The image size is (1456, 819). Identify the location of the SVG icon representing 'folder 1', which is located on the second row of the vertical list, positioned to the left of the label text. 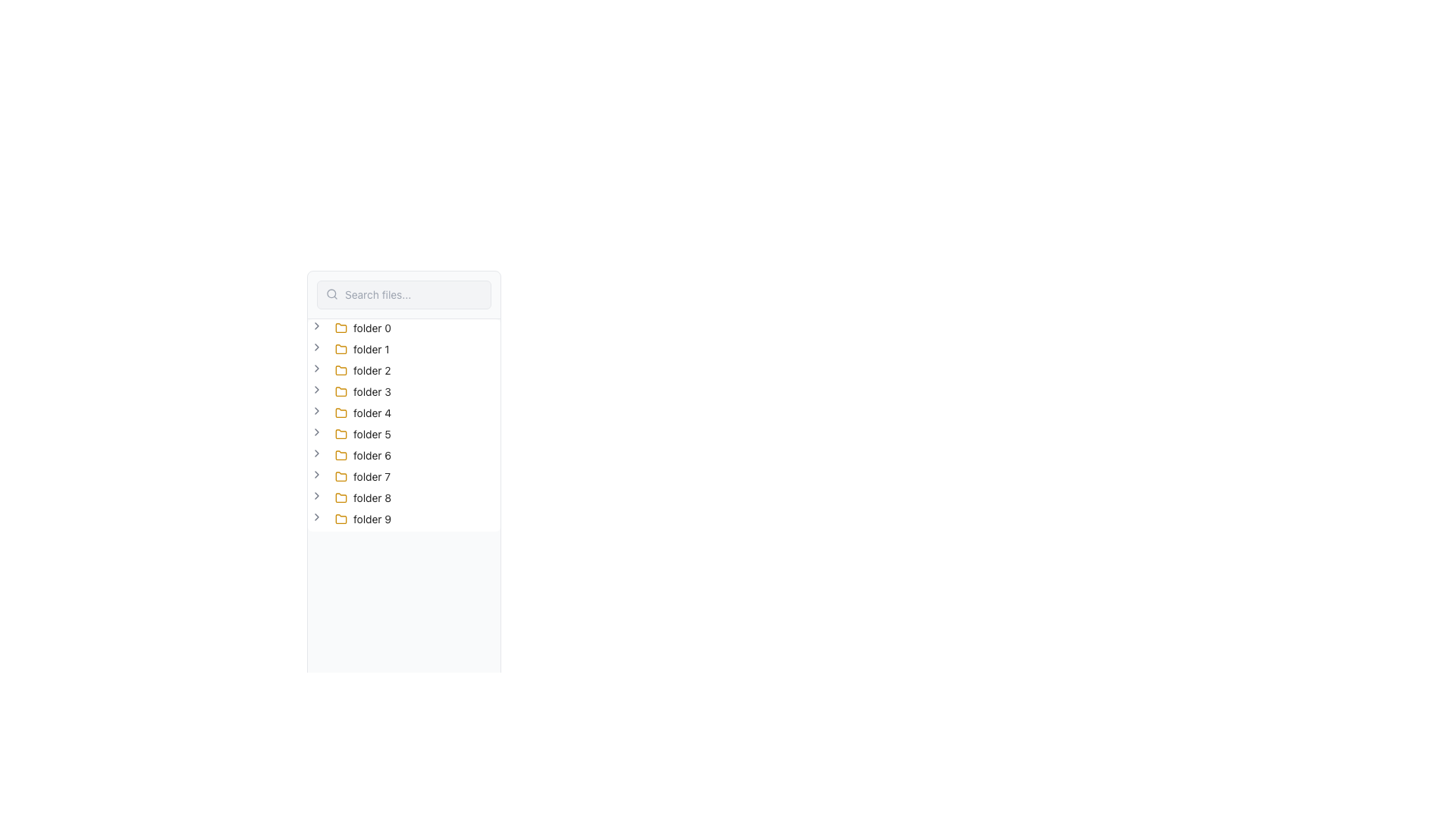
(340, 350).